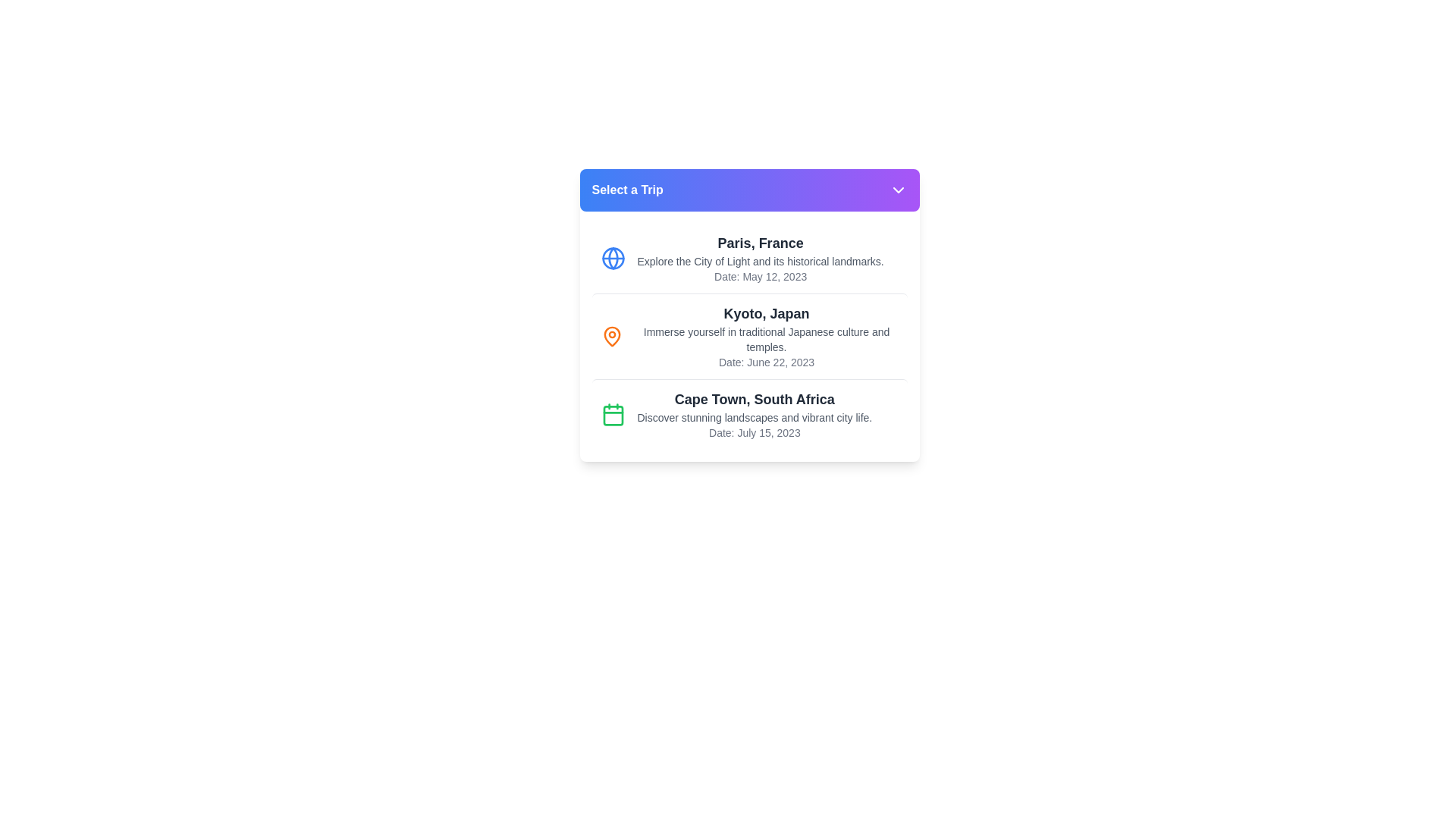  I want to click on text information from the InformationalCard titled 'Paris, France', which includes the description 'Explore the City of Light and its historical landmarks.' and the date 'Date: May 12, 2023', so click(749, 257).